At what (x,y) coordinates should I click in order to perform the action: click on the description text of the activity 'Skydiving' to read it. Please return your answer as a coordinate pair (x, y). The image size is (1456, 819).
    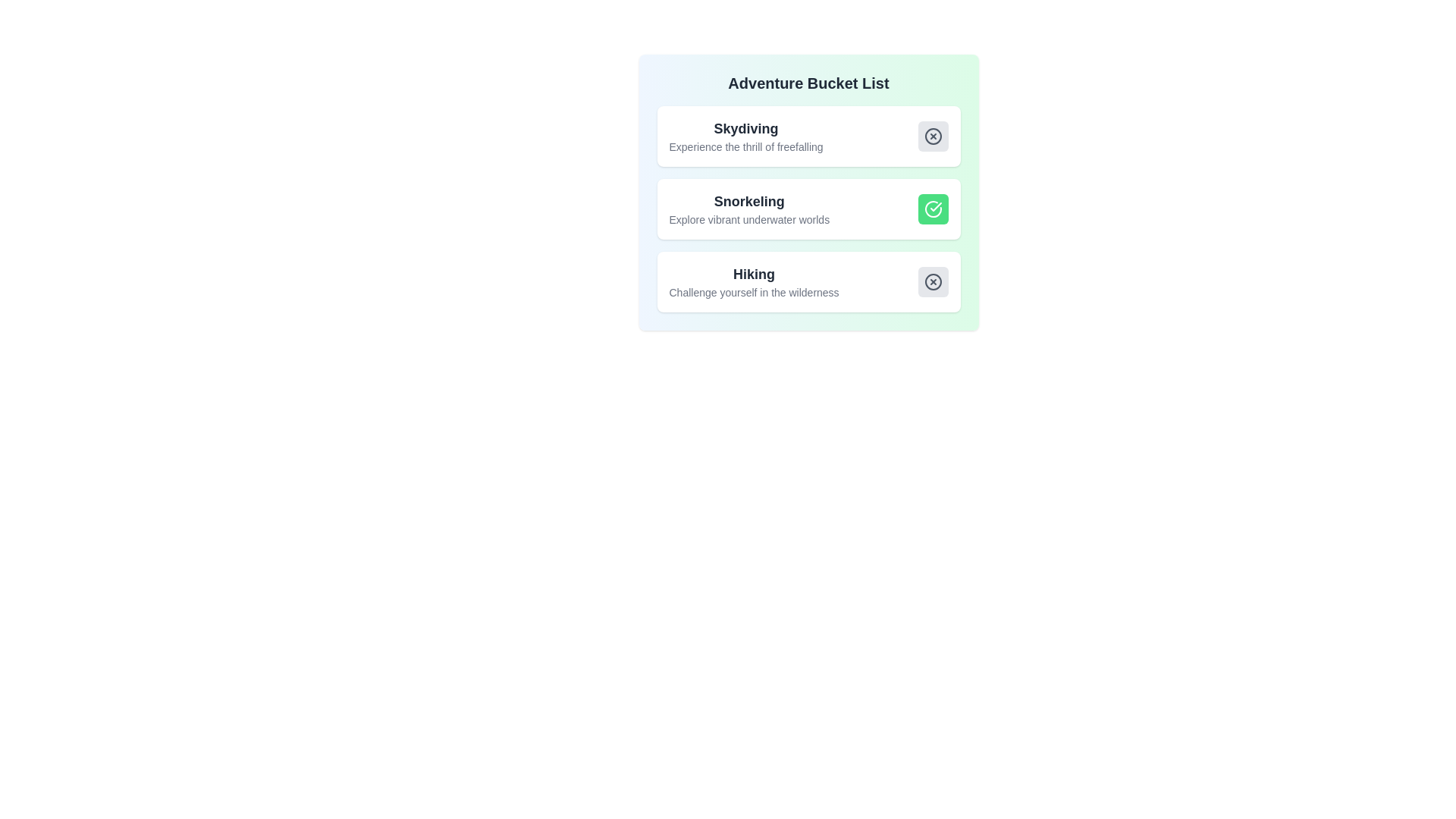
    Looking at the image, I should click on (745, 136).